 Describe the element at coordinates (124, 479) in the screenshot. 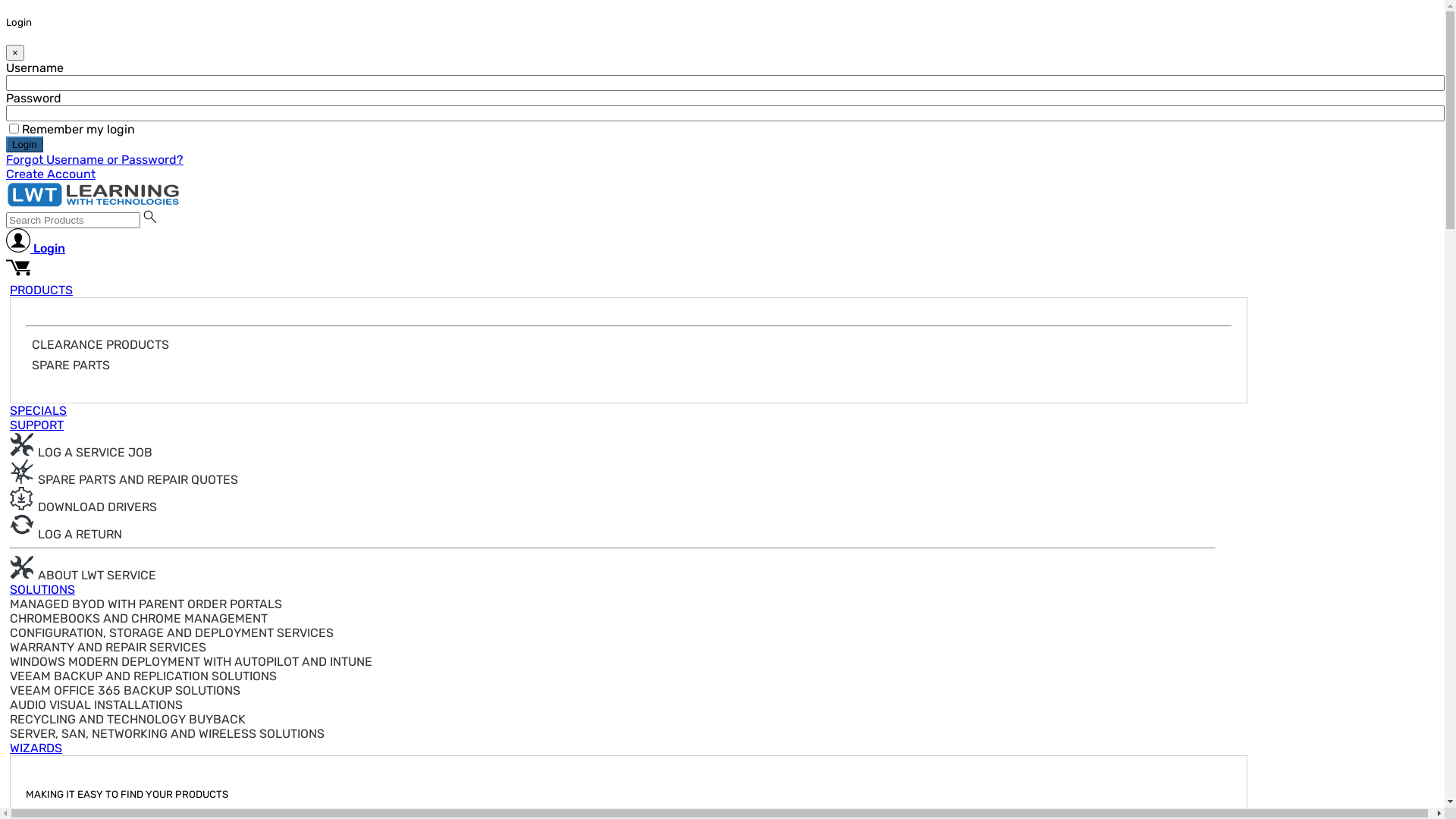

I see `'SPARE PARTS AND REPAIR QUOTES'` at that location.